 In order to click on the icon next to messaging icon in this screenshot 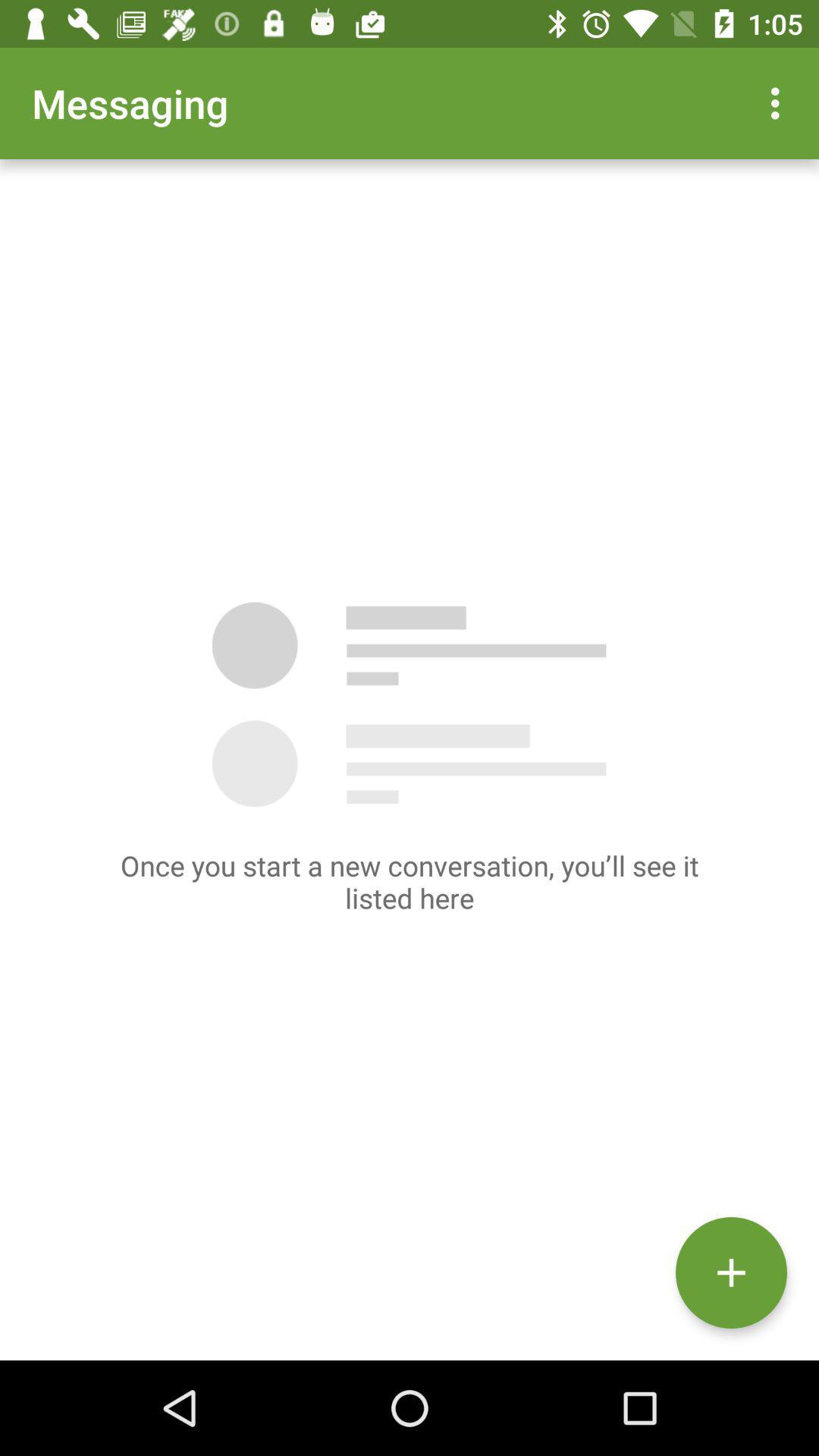, I will do `click(779, 102)`.